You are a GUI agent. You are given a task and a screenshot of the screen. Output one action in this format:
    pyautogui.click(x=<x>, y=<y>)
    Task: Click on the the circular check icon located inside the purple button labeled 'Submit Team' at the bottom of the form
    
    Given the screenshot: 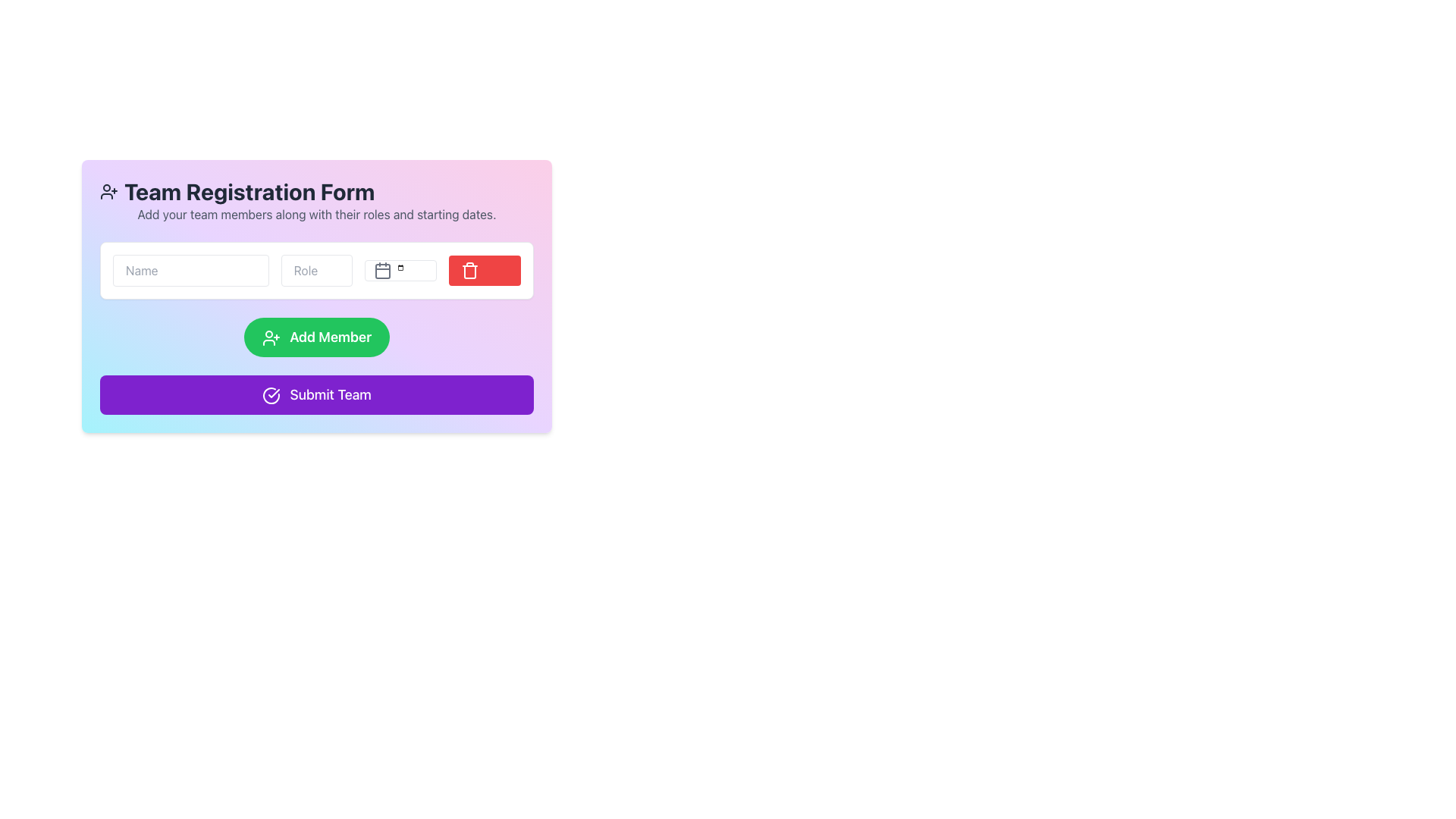 What is the action you would take?
    pyautogui.click(x=271, y=395)
    